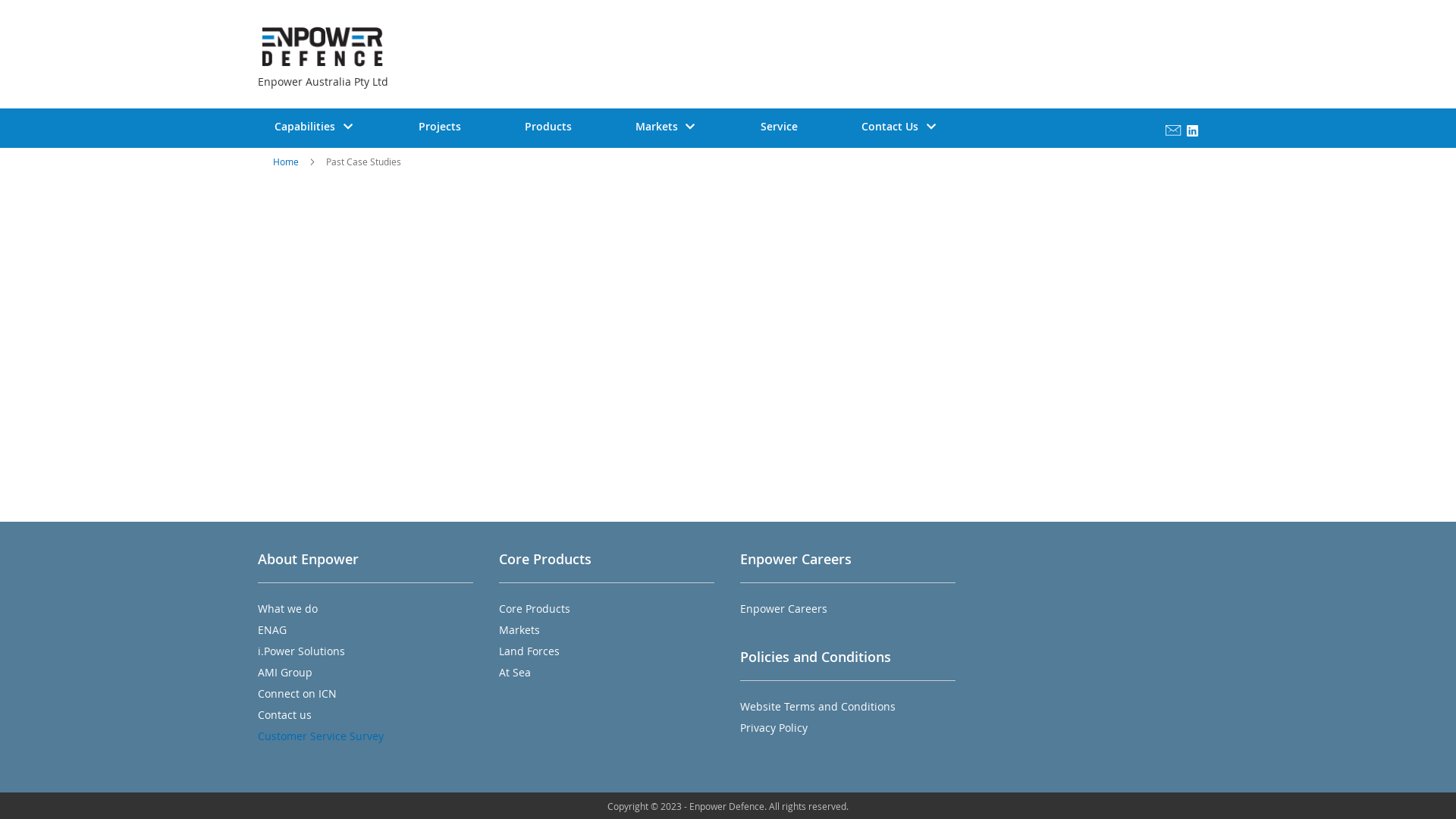 This screenshot has width=1456, height=819. I want to click on 'Home', so click(286, 161).